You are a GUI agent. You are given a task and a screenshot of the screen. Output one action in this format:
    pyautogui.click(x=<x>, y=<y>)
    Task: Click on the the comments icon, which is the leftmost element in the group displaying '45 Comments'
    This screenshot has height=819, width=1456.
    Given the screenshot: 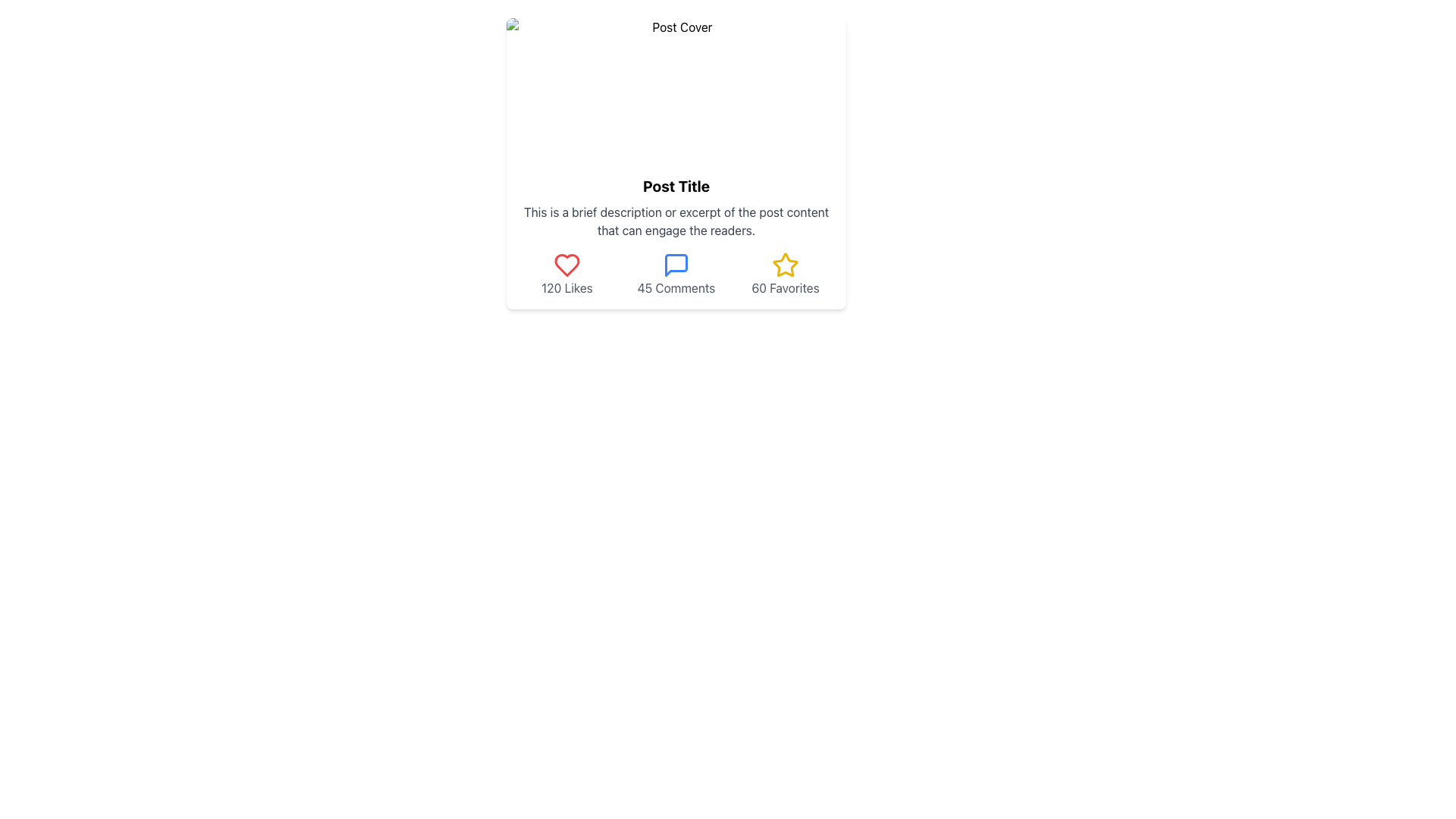 What is the action you would take?
    pyautogui.click(x=676, y=265)
    